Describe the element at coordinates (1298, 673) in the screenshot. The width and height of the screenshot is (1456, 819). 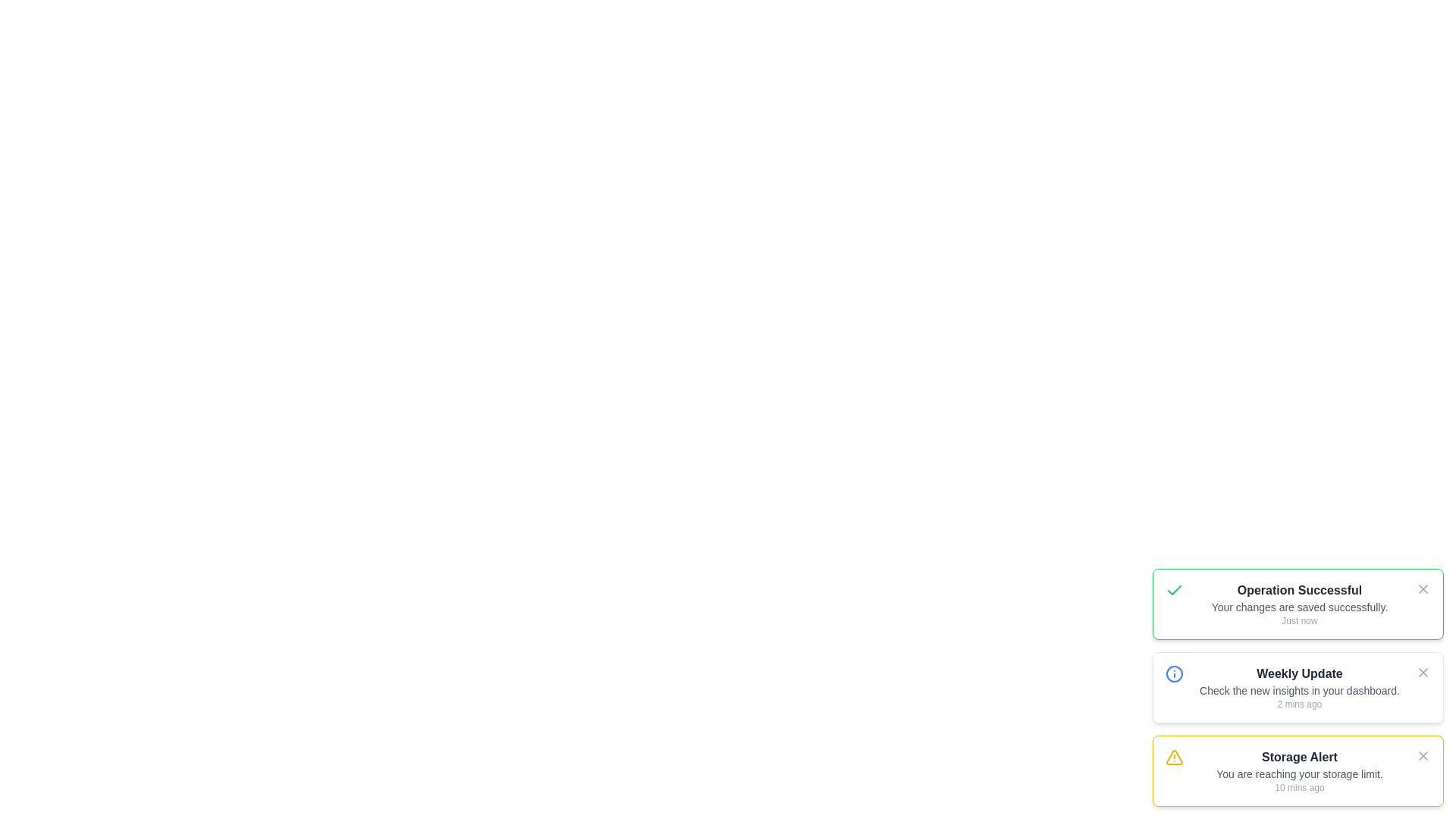
I see `text content of the title in the second notification card from the top, which summarizes the content of the notification` at that location.